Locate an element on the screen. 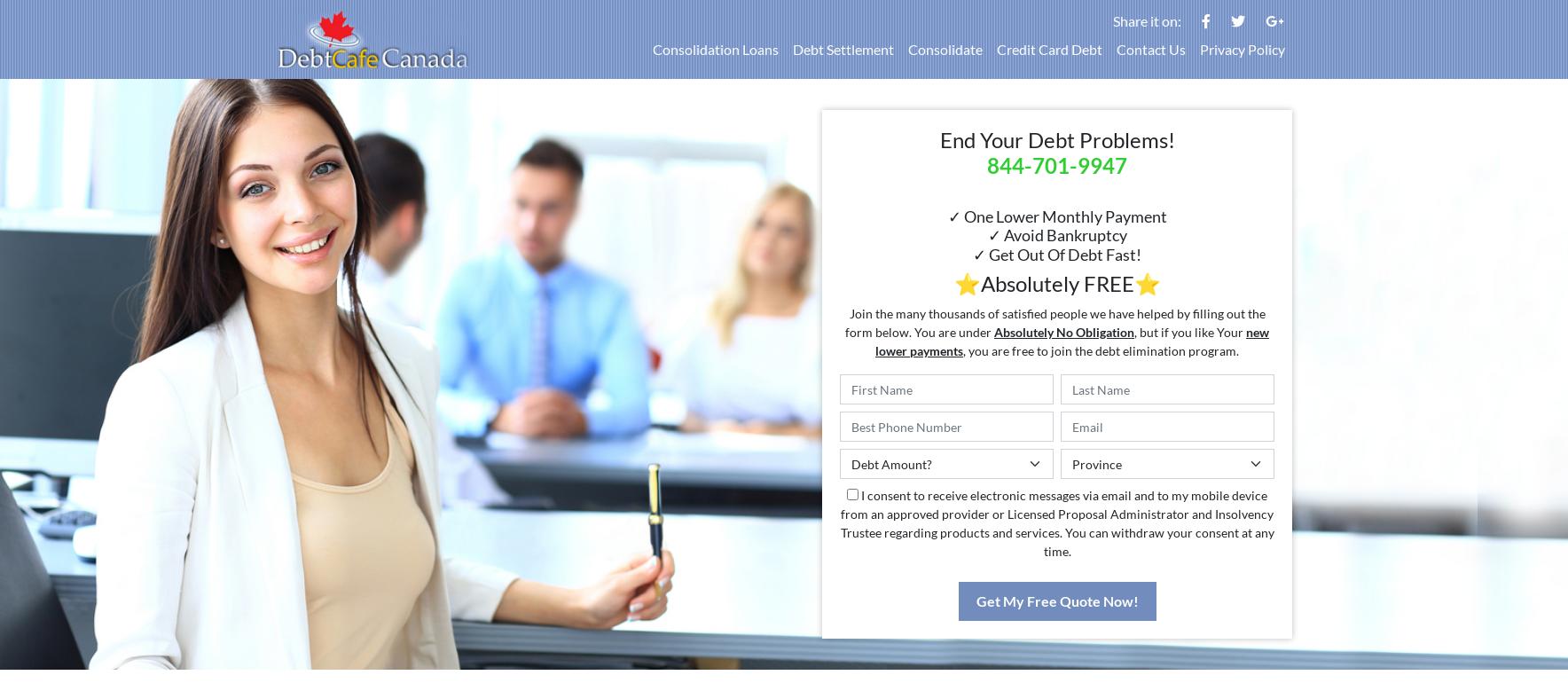 Image resolution: width=1568 pixels, height=683 pixels. 'Strictly Confidential' is located at coordinates (697, 620).